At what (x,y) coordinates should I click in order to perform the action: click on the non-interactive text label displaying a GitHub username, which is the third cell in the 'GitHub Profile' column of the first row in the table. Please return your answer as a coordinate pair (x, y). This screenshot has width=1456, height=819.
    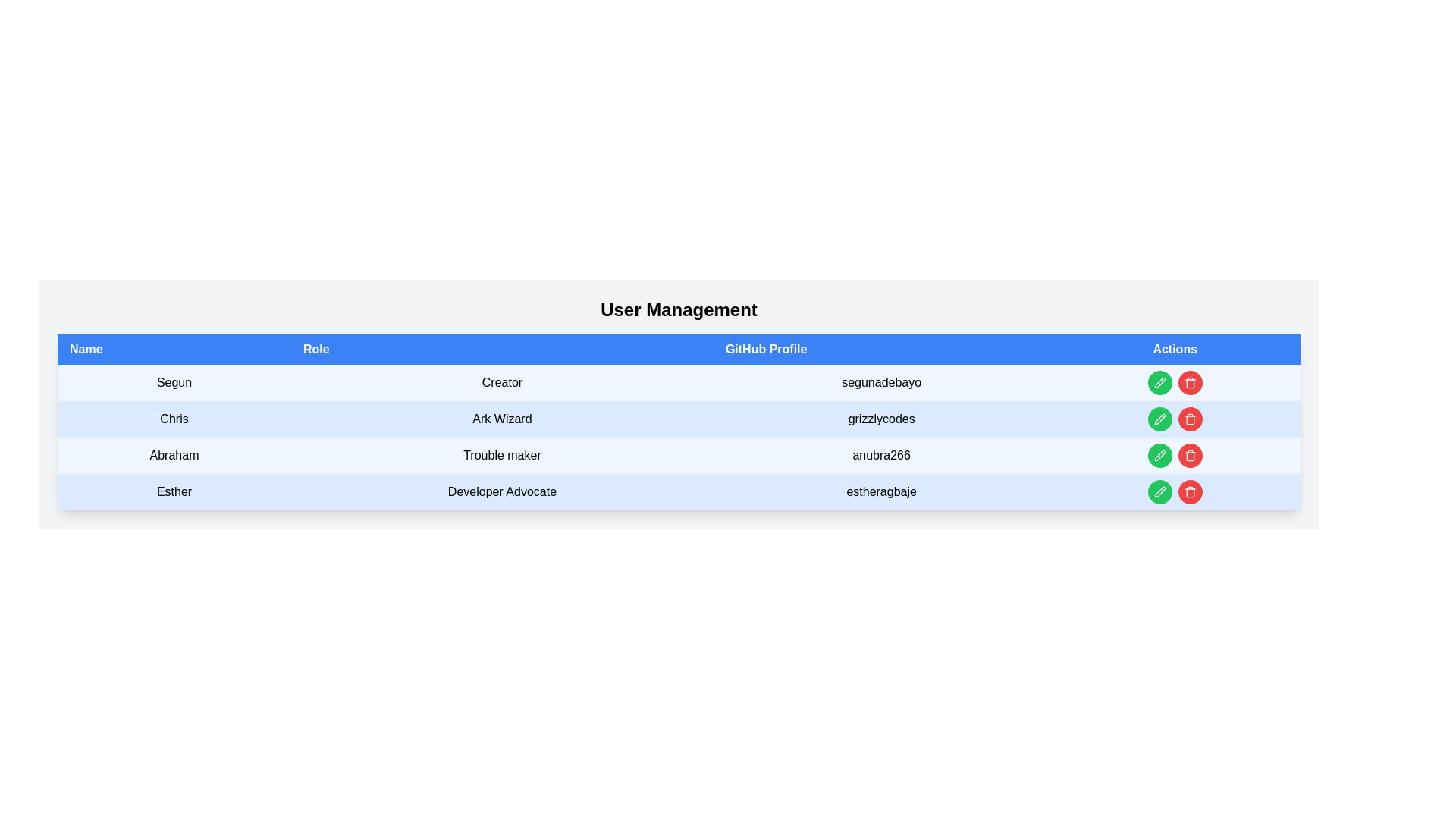
    Looking at the image, I should click on (881, 382).